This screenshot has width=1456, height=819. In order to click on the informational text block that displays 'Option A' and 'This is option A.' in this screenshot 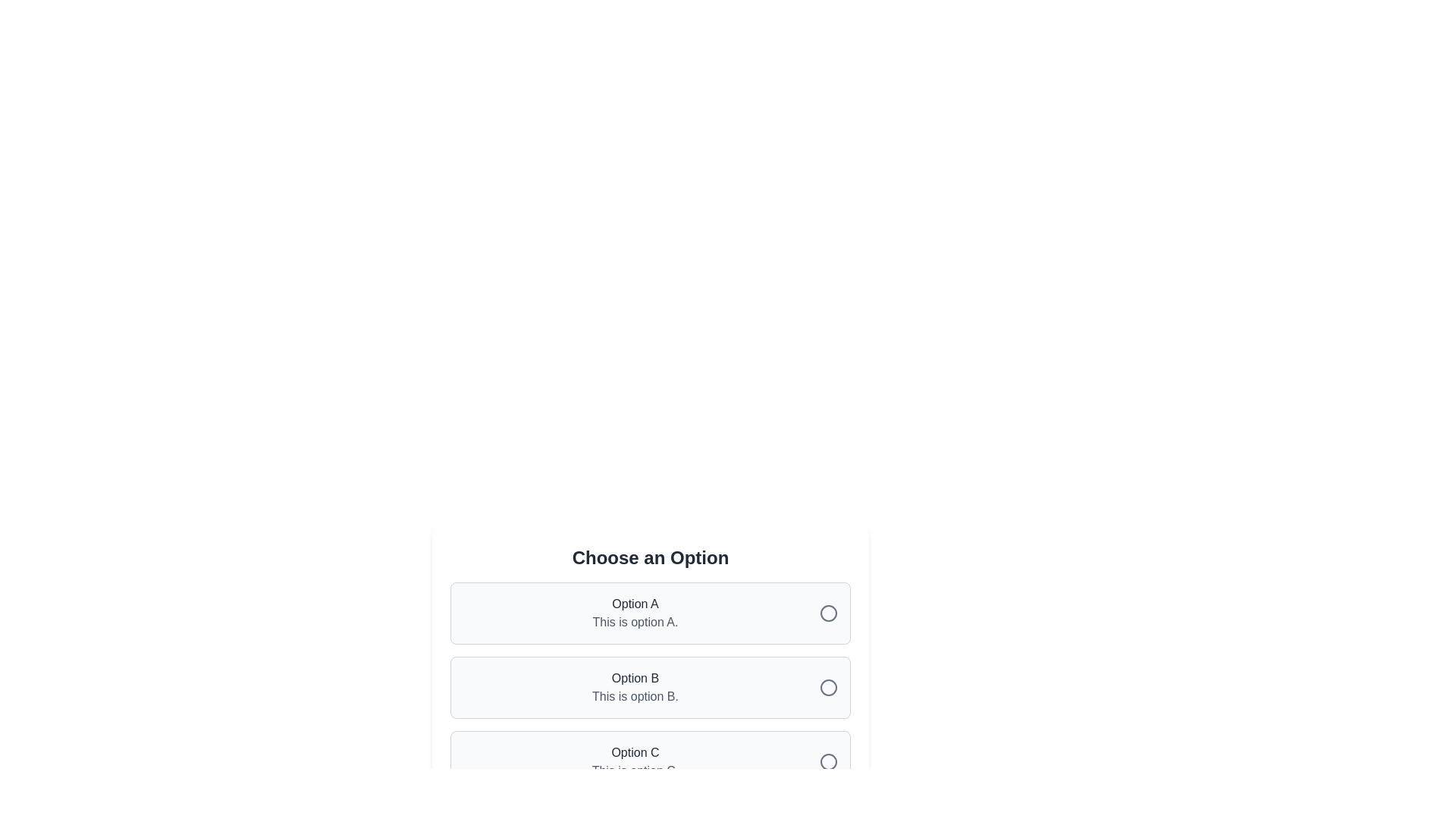, I will do `click(635, 613)`.